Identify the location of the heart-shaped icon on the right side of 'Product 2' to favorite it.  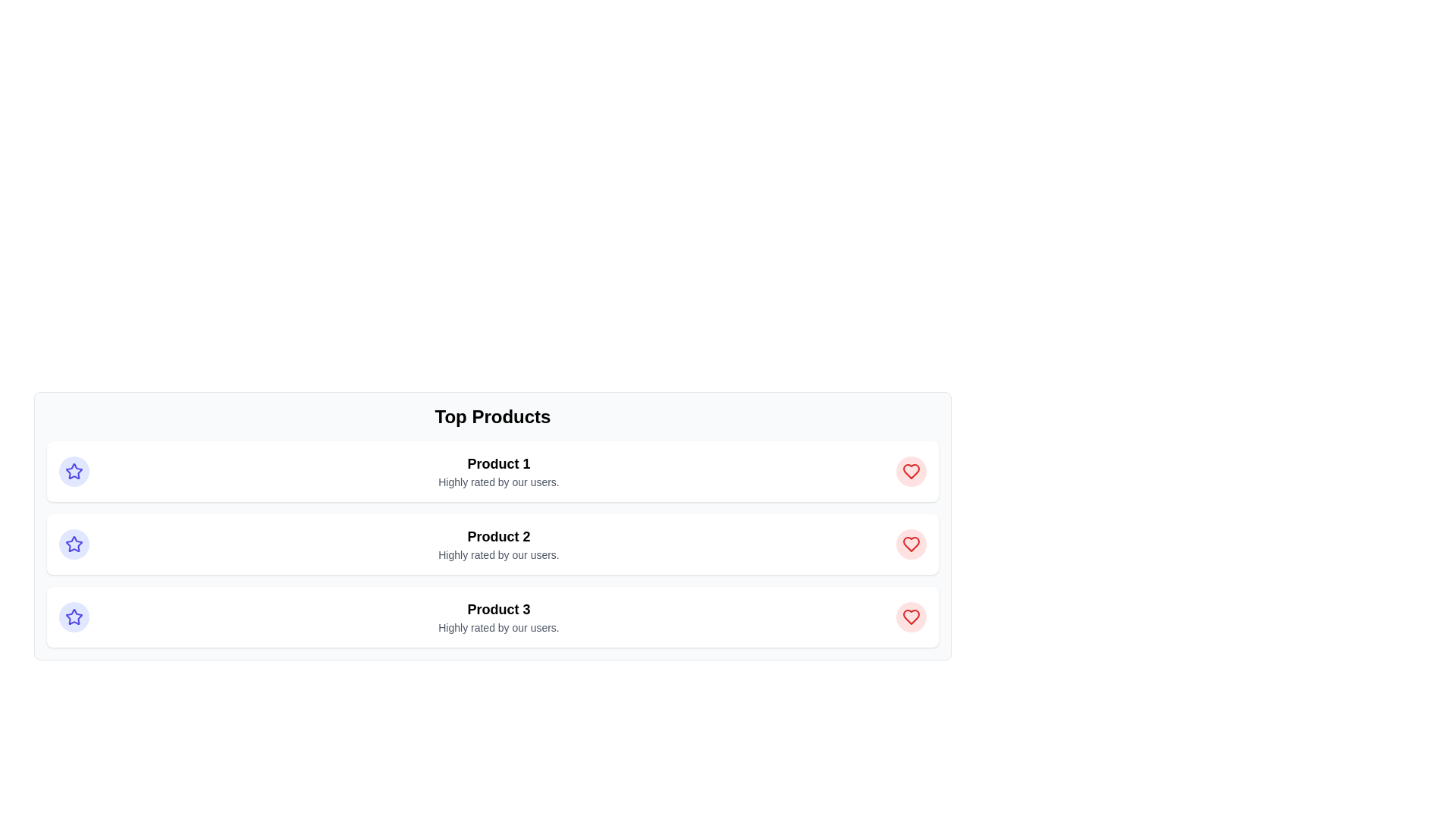
(910, 543).